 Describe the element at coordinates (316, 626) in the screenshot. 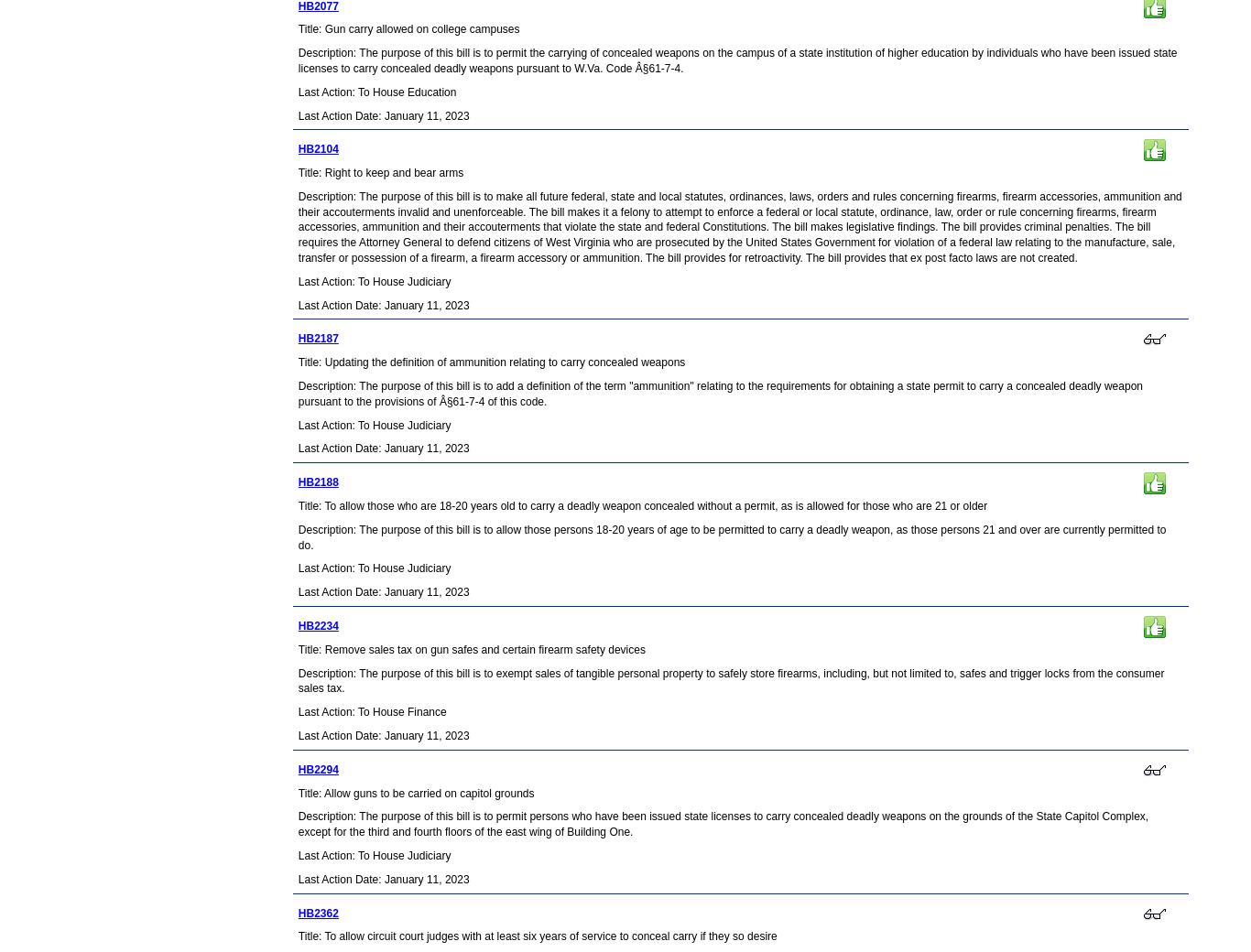

I see `'HB2234'` at that location.